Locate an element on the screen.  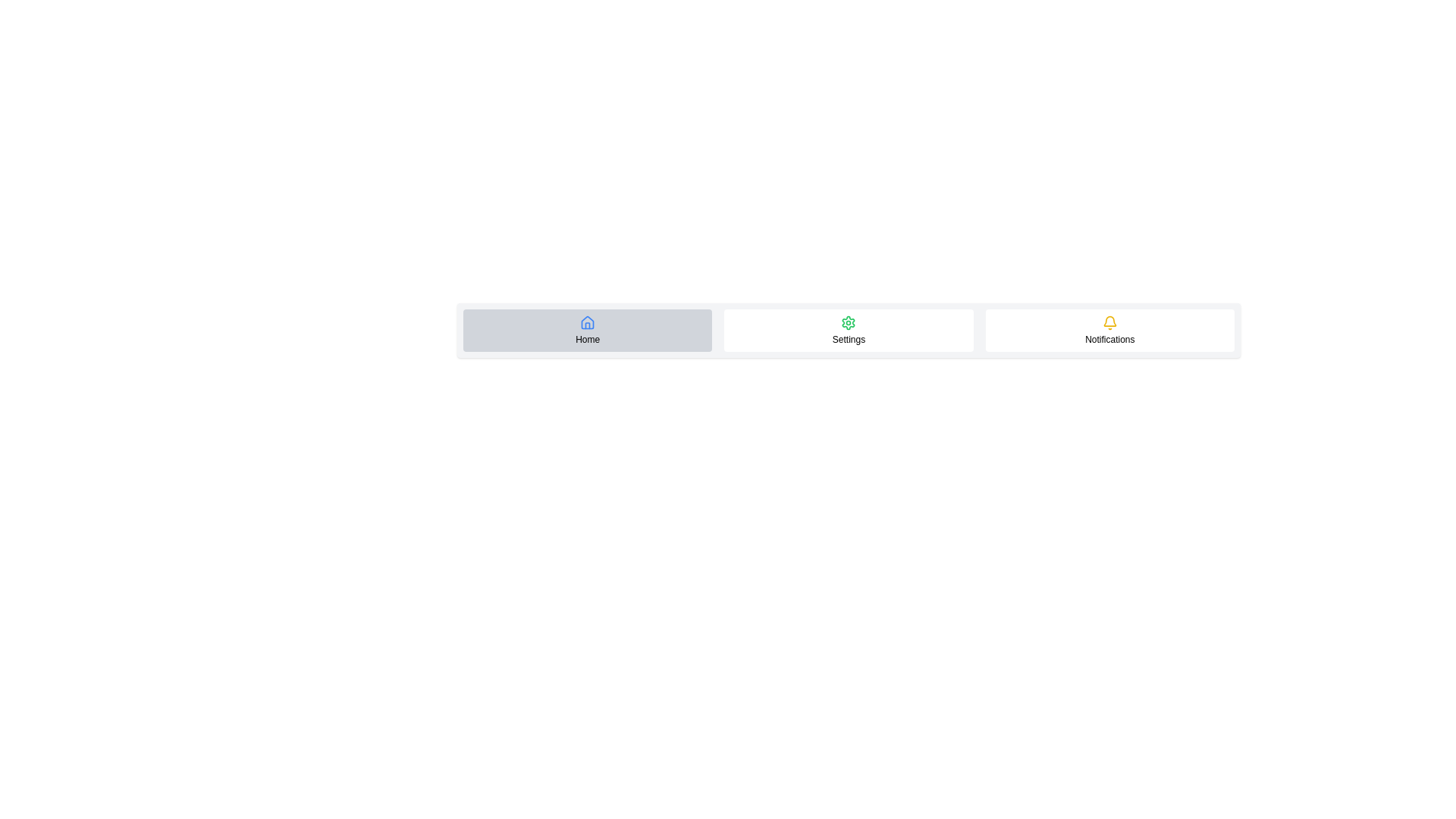
the rectangular button labeled 'Home' with a blue house icon, located in the top center navigation bar is located at coordinates (587, 329).